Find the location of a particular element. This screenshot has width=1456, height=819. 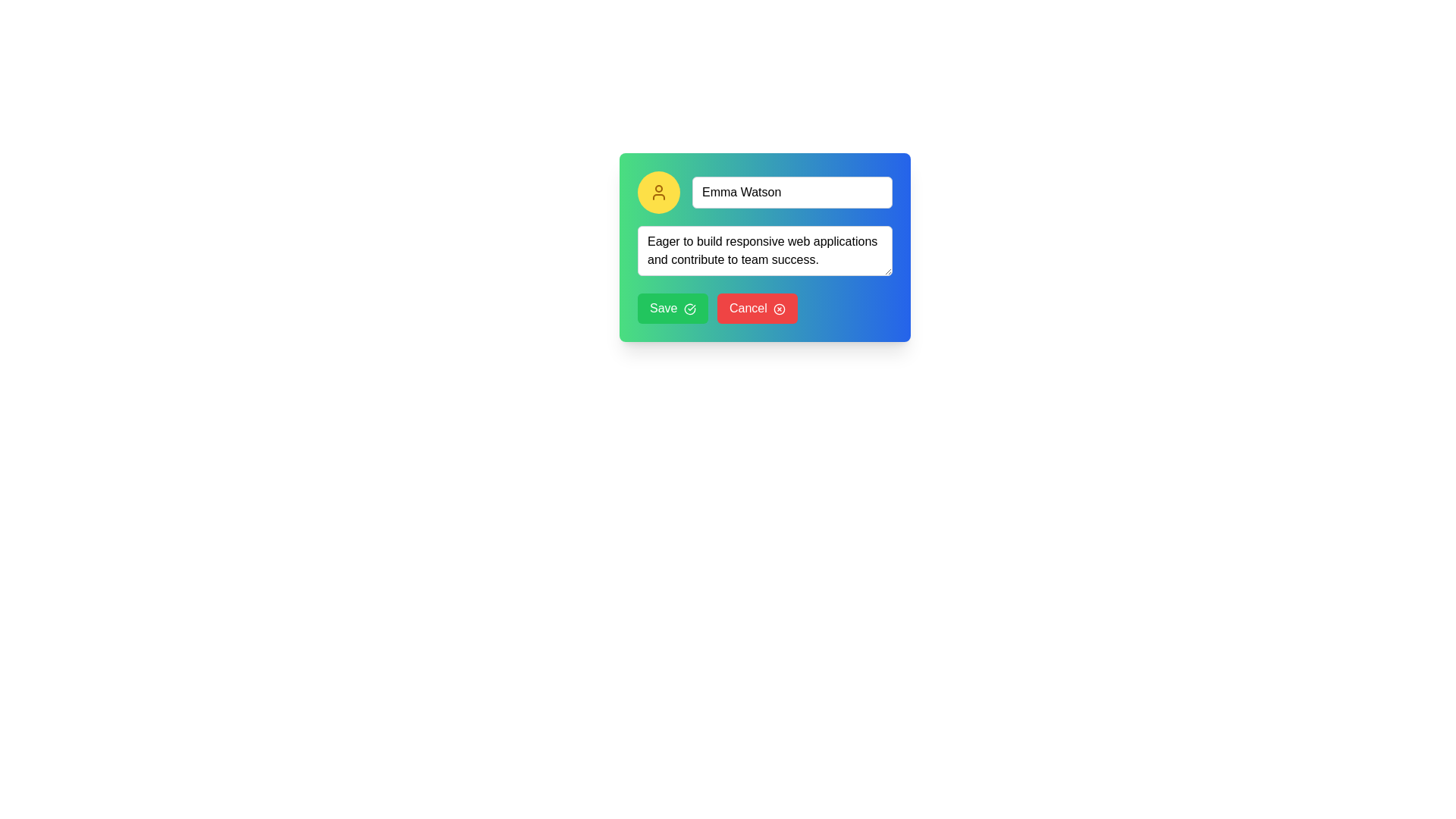

the red 'Cancel' button with a rounded rectangular shape, which displays the text 'Cancel' and an 'X' icon is located at coordinates (757, 308).